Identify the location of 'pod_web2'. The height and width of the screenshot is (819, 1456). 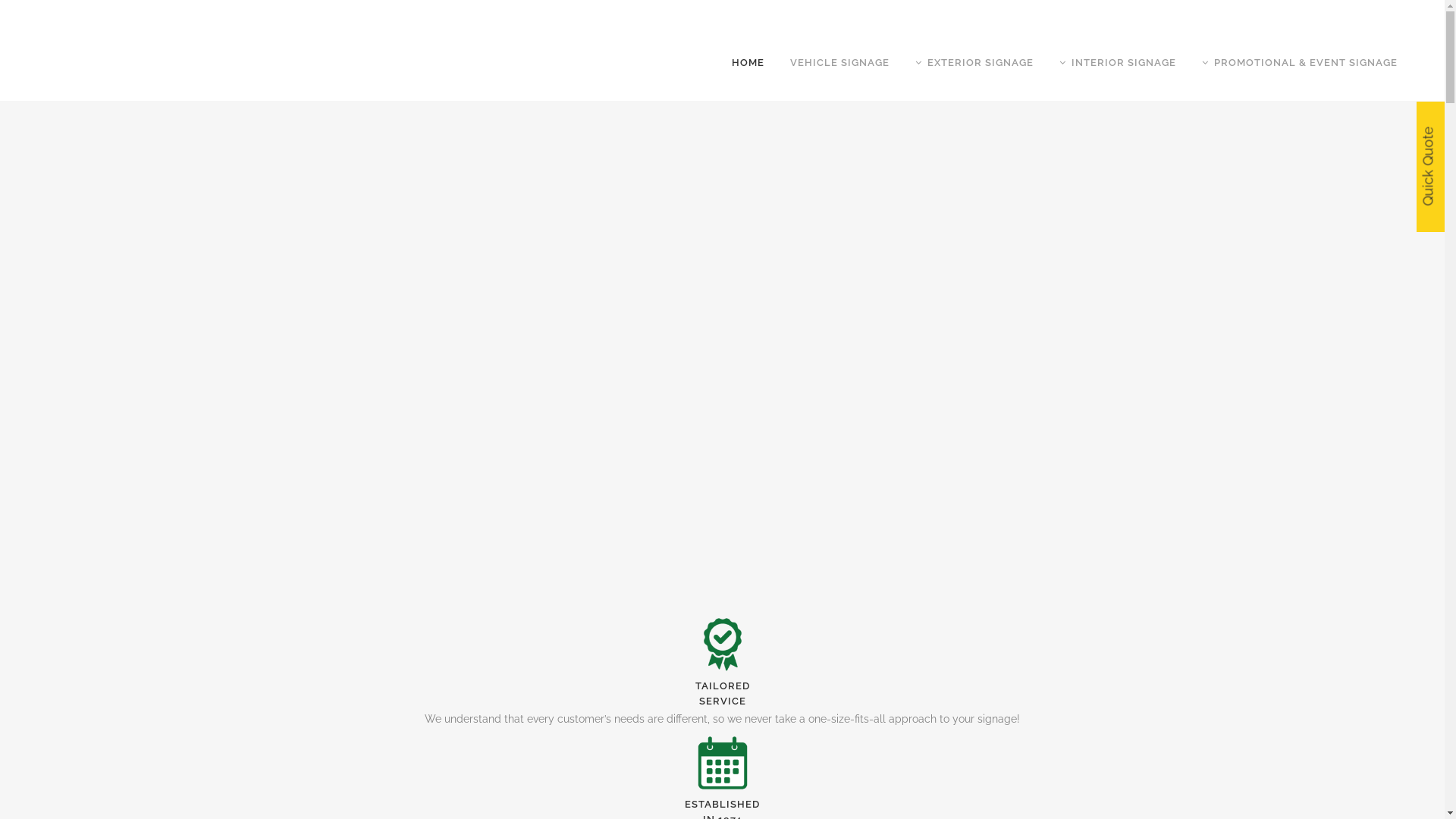
(722, 763).